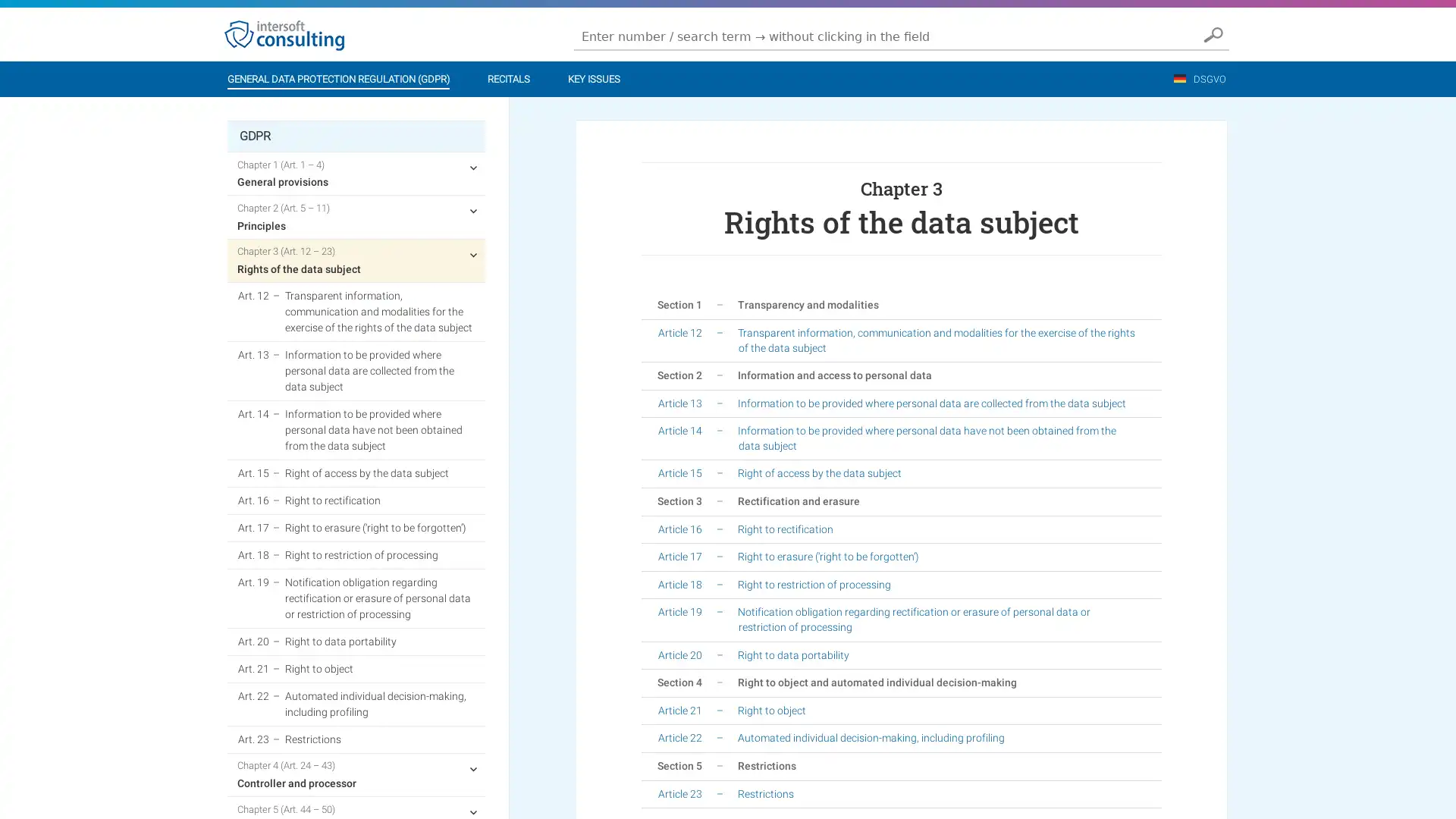 The image size is (1456, 819). Describe the element at coordinates (472, 253) in the screenshot. I see `expand child menu` at that location.